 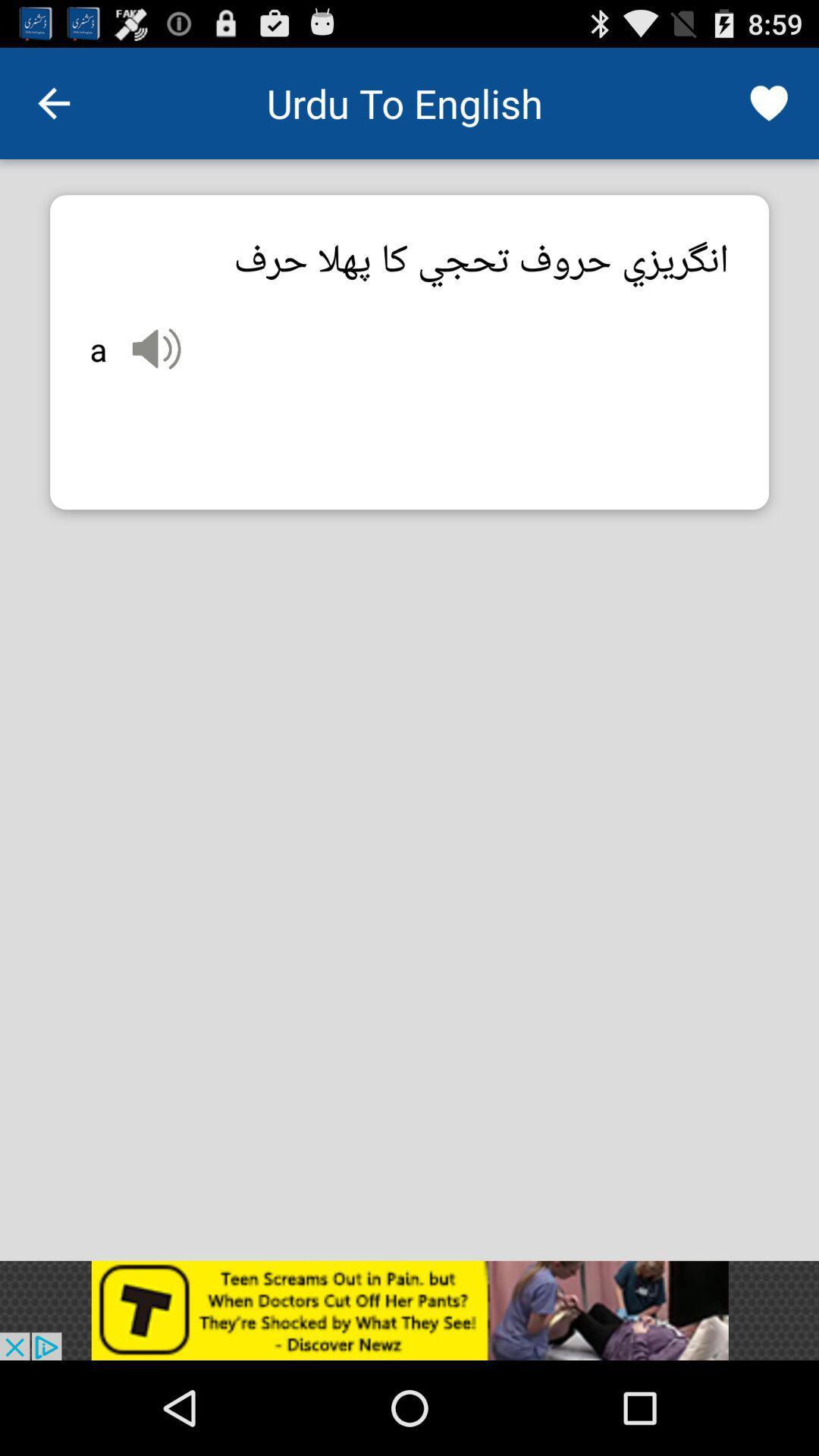 What do you see at coordinates (156, 373) in the screenshot?
I see `the volume icon` at bounding box center [156, 373].